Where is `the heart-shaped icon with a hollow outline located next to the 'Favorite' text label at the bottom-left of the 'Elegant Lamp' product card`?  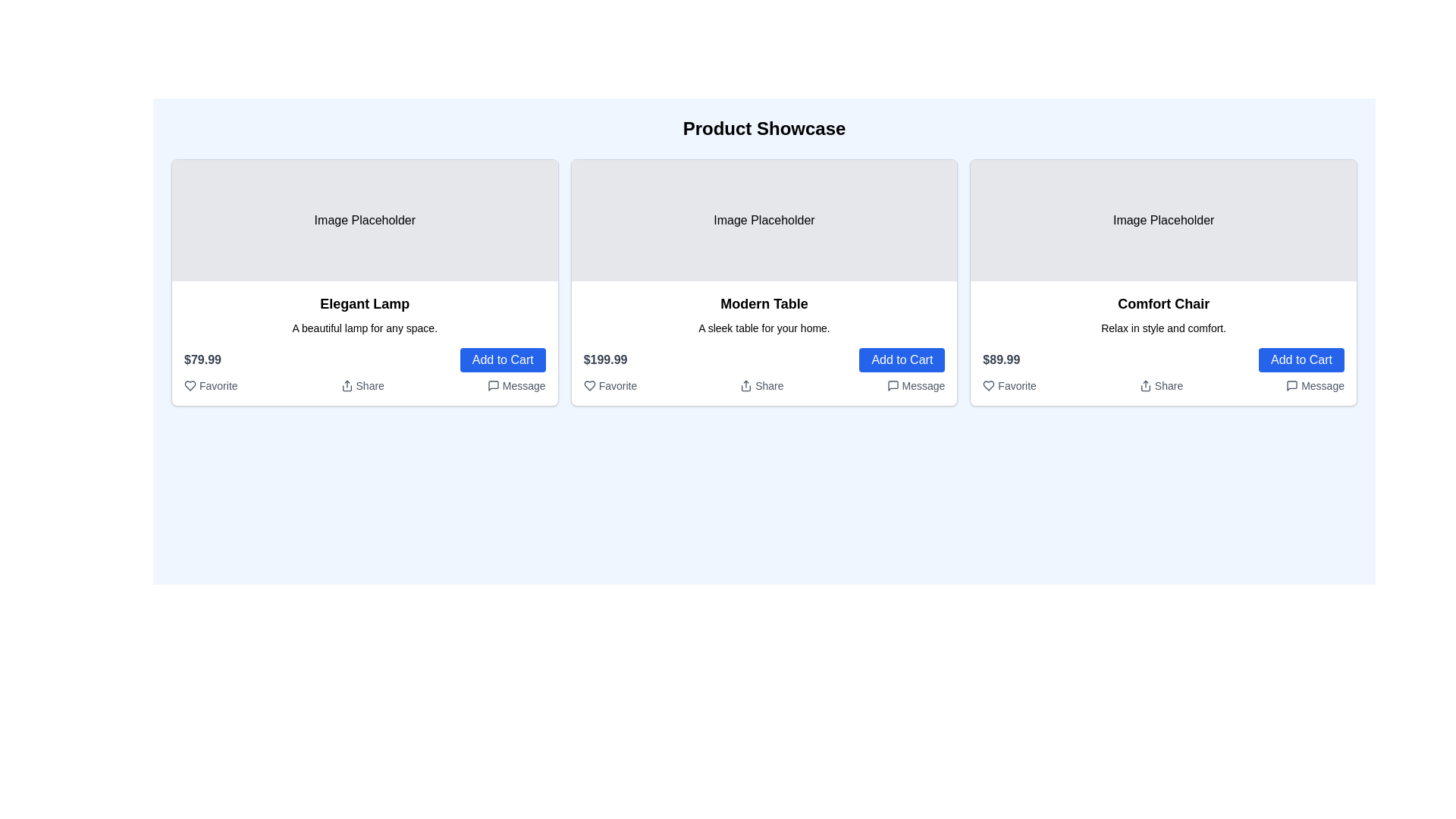 the heart-shaped icon with a hollow outline located next to the 'Favorite' text label at the bottom-left of the 'Elegant Lamp' product card is located at coordinates (189, 385).